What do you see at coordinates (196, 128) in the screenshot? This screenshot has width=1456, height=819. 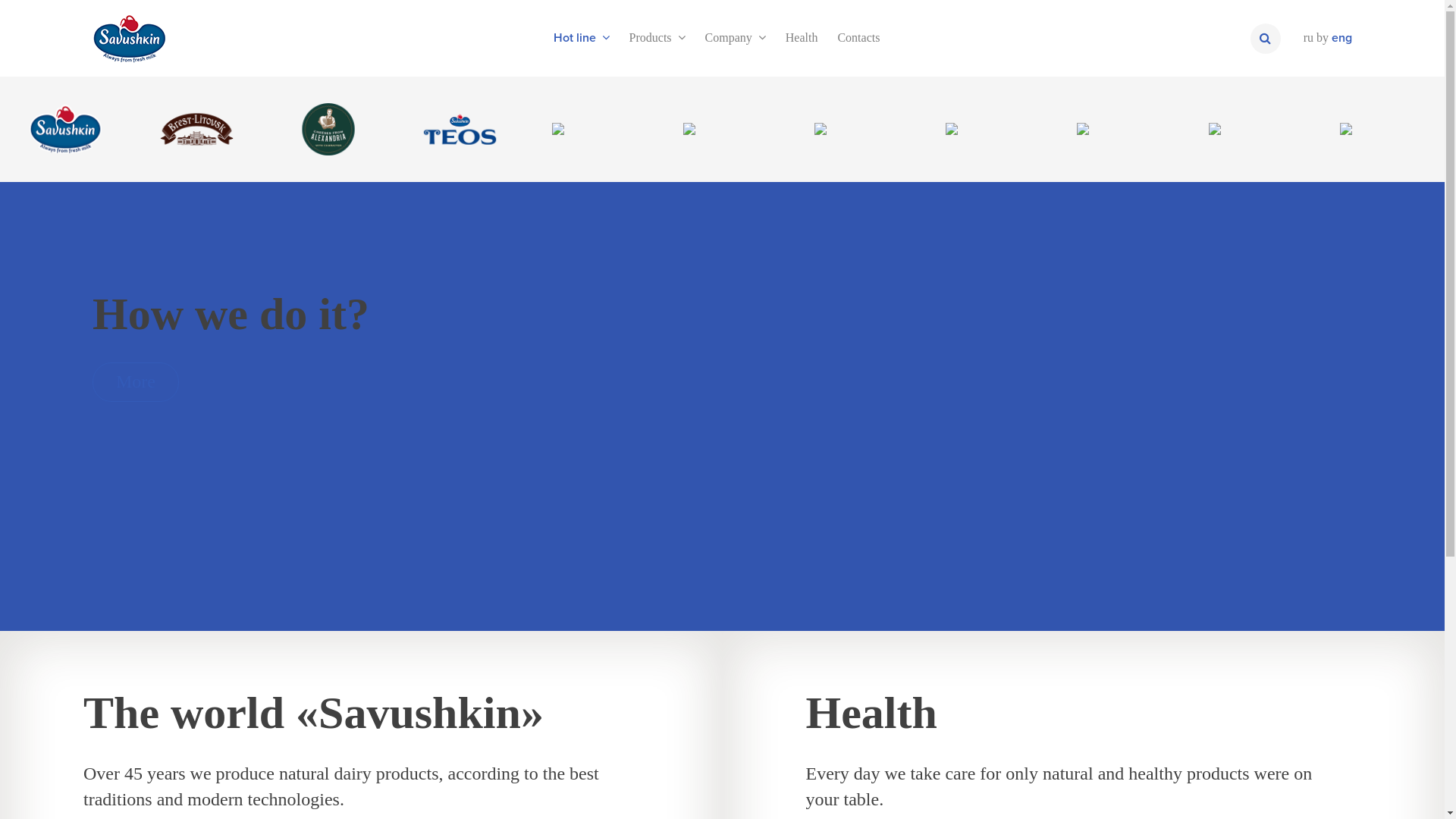 I see `'Brest-Litovsk'` at bounding box center [196, 128].